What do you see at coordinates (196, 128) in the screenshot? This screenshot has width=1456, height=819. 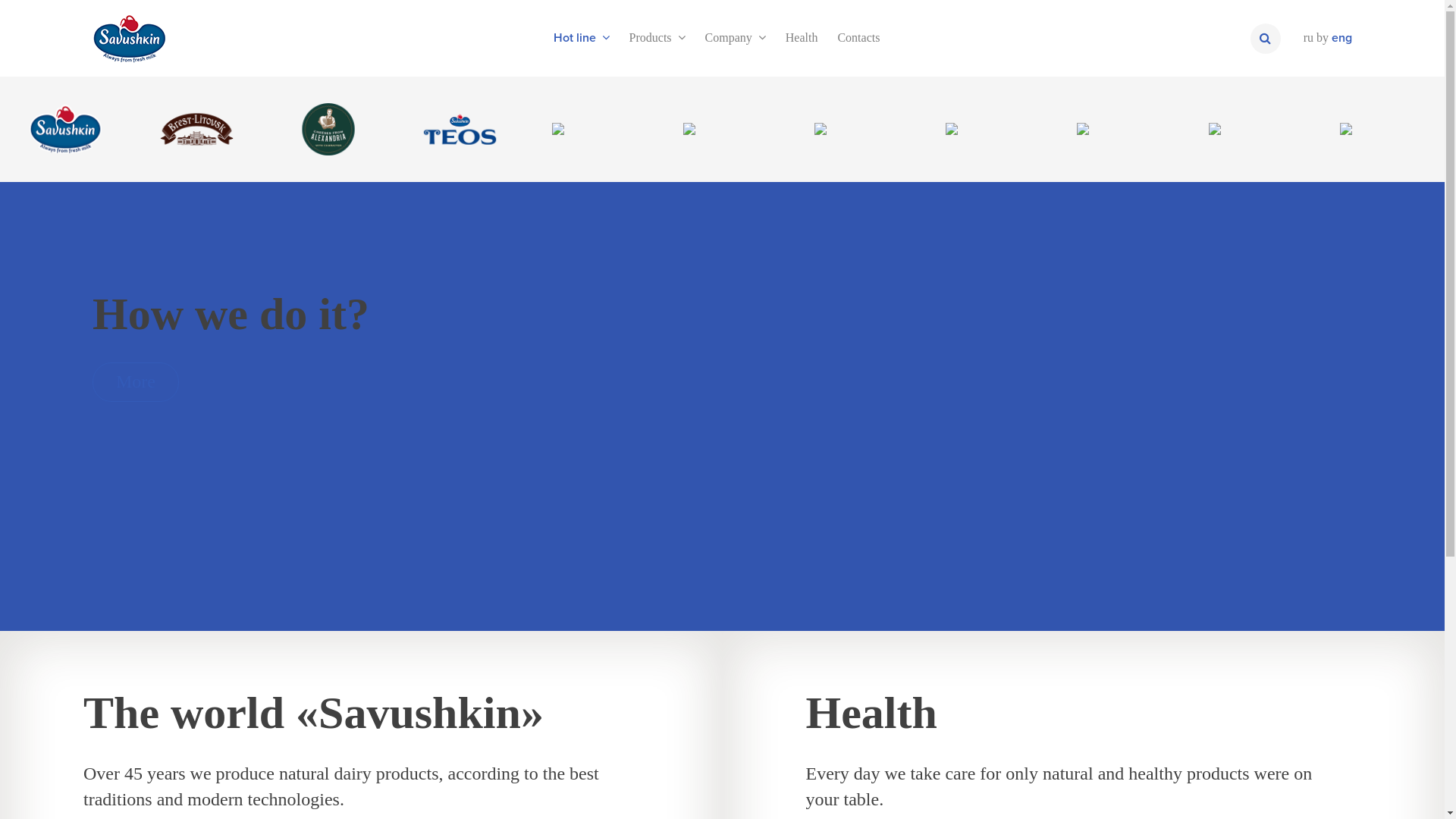 I see `'Brest-Litovsk'` at bounding box center [196, 128].